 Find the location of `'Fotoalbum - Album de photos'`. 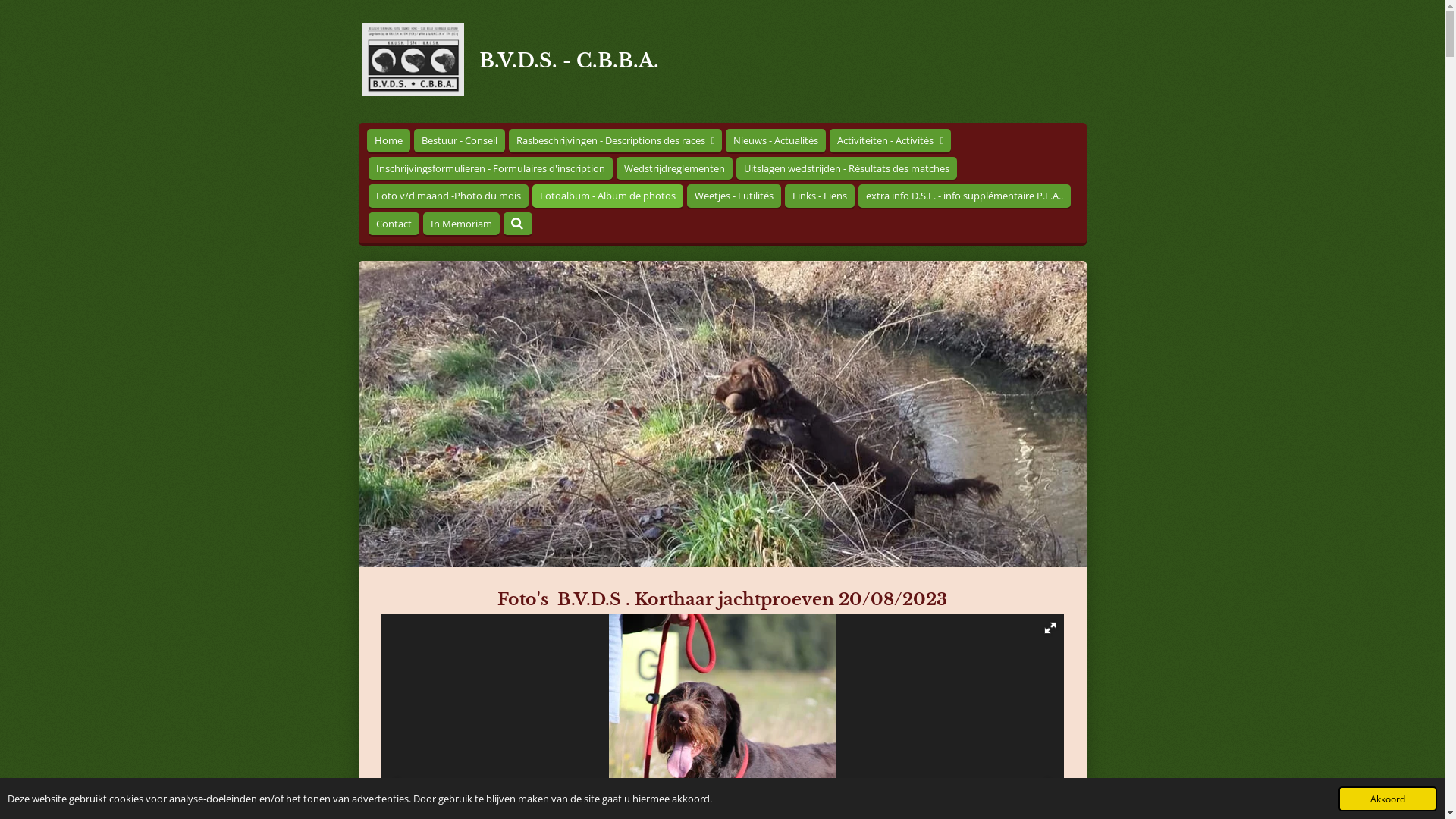

'Fotoalbum - Album de photos' is located at coordinates (532, 195).